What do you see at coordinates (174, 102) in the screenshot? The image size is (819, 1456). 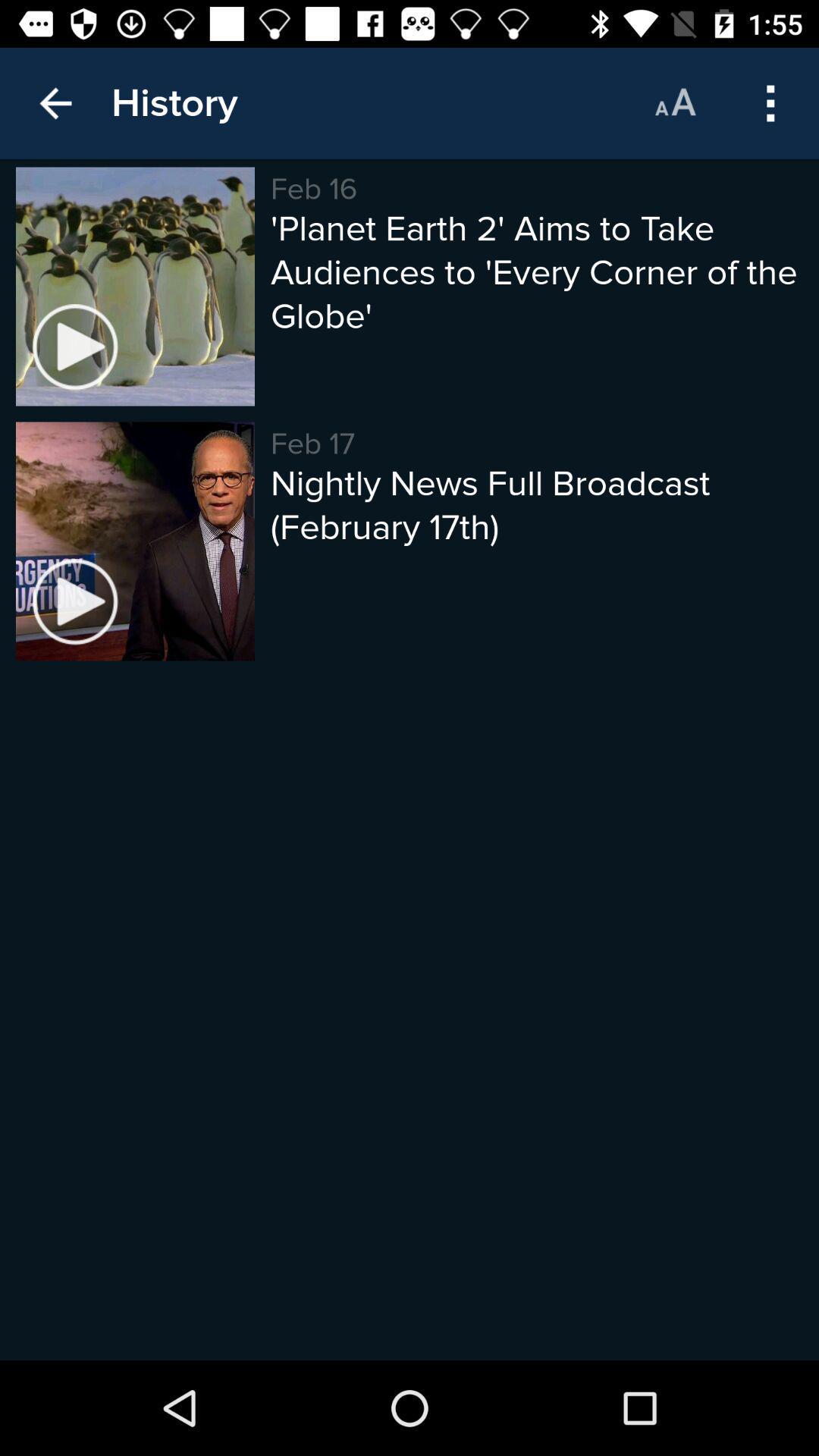 I see `the history` at bounding box center [174, 102].